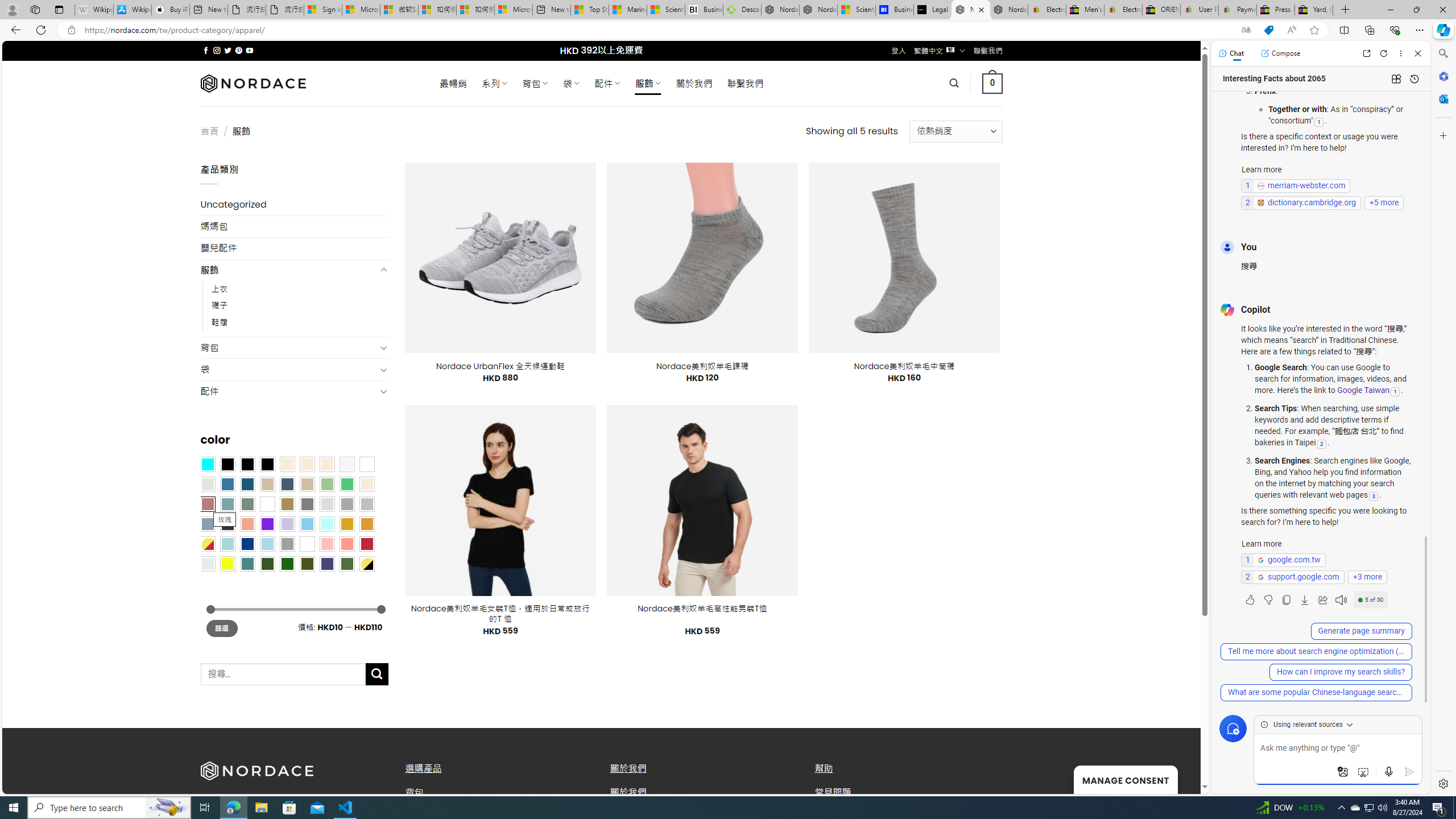 This screenshot has height=819, width=1456. I want to click on ' 0 ', so click(992, 82).